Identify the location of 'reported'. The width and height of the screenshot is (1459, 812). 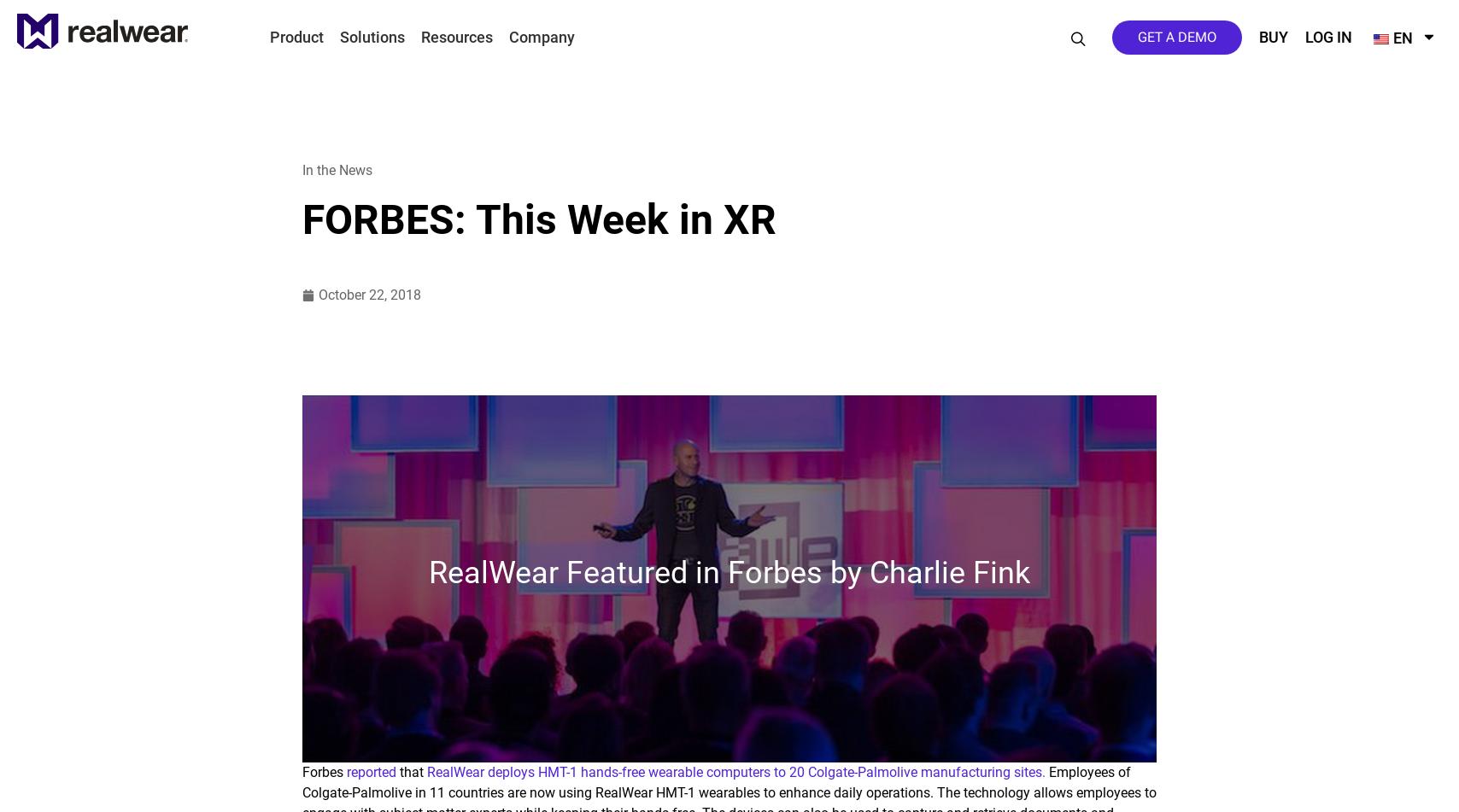
(372, 771).